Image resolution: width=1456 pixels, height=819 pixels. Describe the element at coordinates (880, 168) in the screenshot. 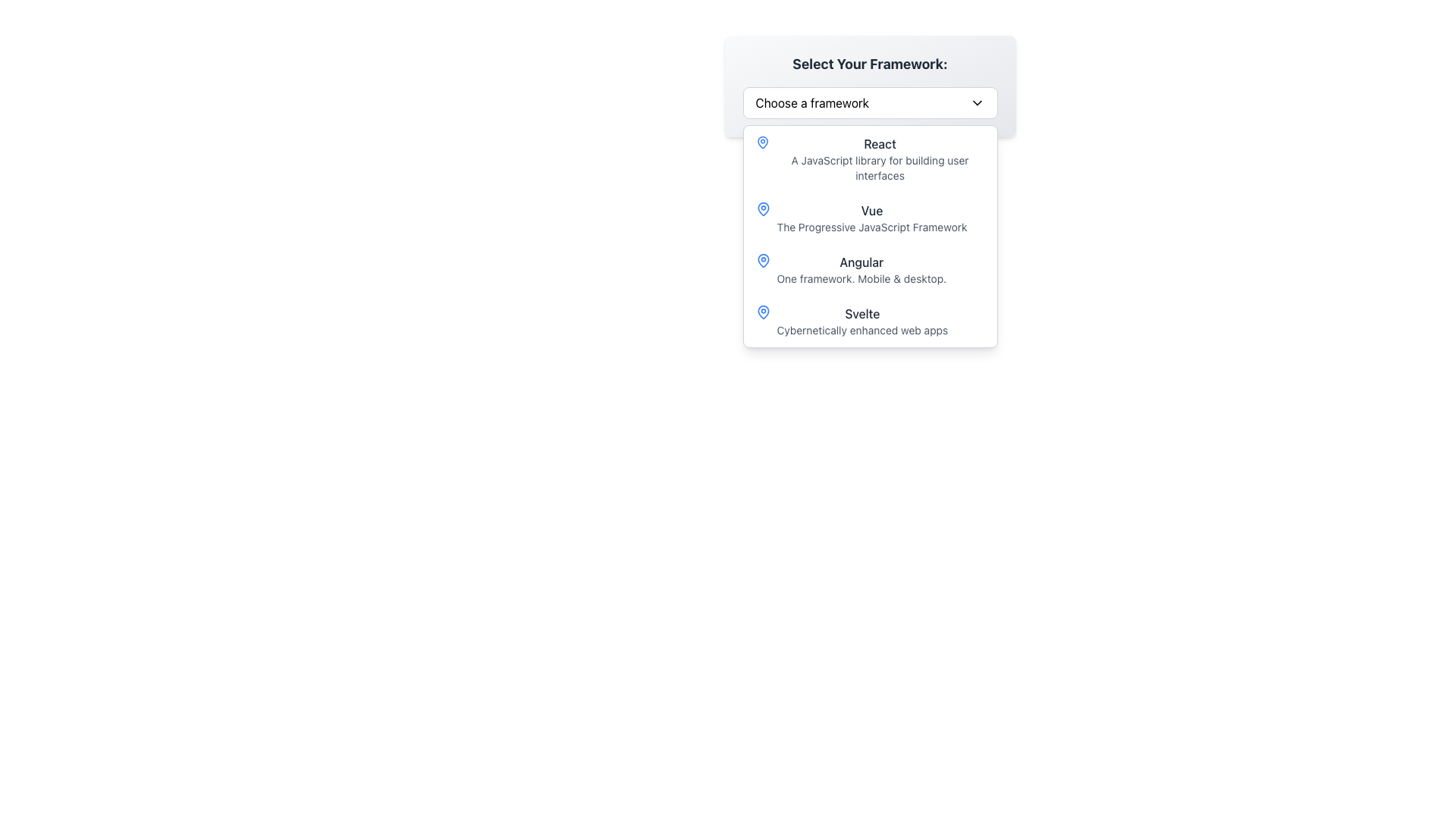

I see `descriptive text 'A JavaScript library for building user interfaces' located below the 'React' heading in the dropdown list` at that location.